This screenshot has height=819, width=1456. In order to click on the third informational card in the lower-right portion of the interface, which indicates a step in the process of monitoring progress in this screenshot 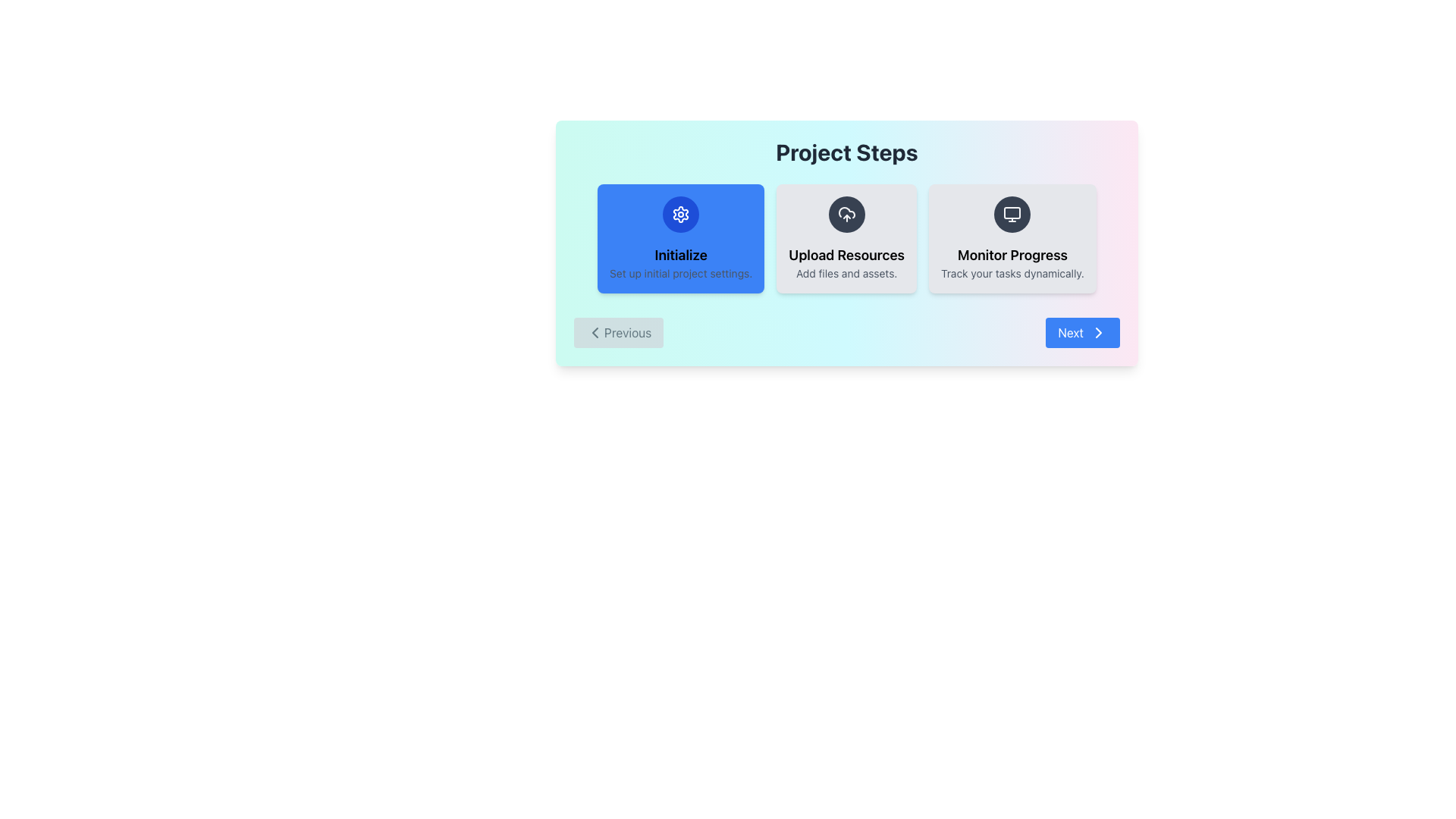, I will do `click(1012, 239)`.